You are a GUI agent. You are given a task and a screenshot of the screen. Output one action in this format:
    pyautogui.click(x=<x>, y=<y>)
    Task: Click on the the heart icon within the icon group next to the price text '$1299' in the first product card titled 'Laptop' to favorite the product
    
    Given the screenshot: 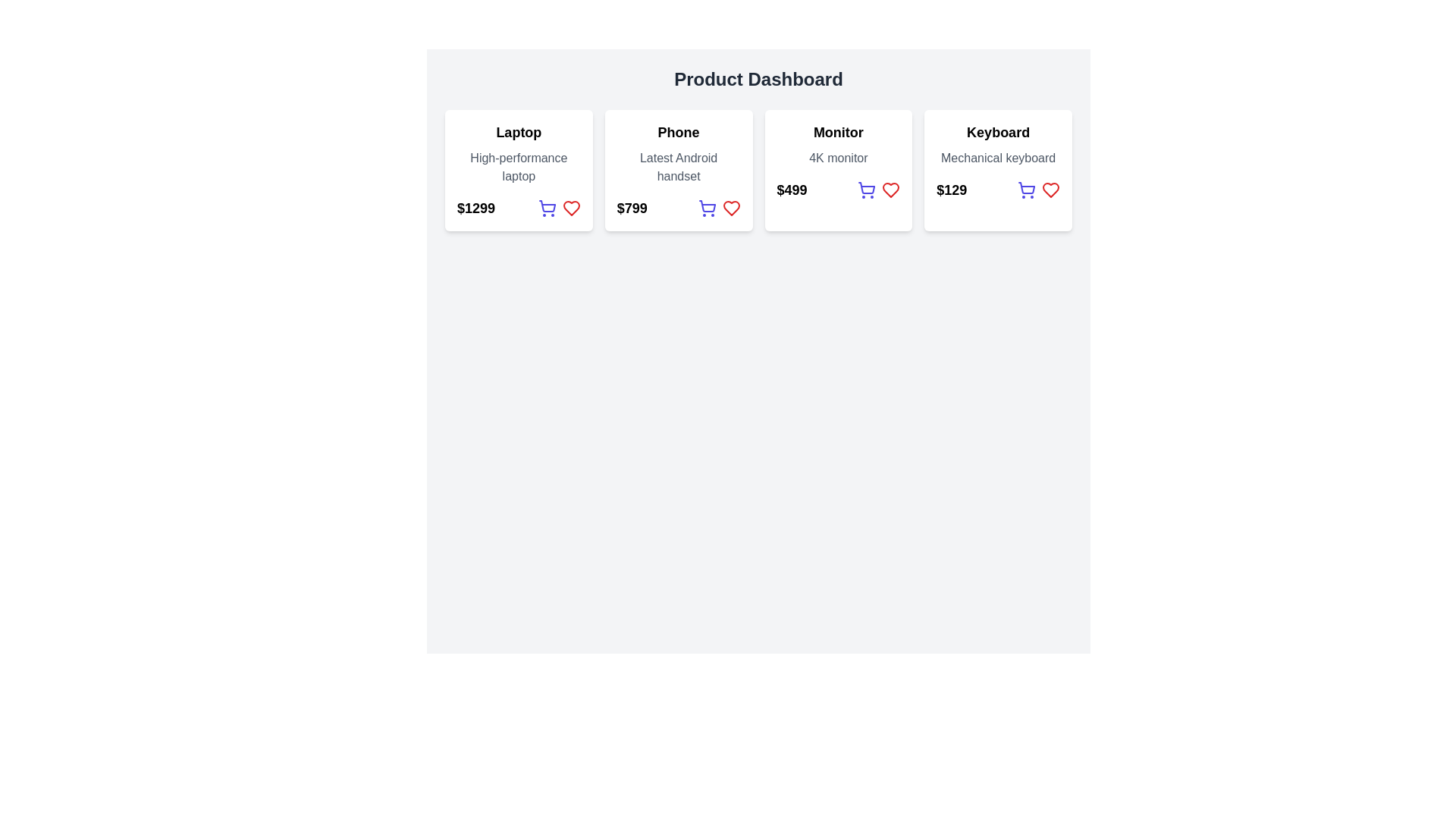 What is the action you would take?
    pyautogui.click(x=558, y=208)
    